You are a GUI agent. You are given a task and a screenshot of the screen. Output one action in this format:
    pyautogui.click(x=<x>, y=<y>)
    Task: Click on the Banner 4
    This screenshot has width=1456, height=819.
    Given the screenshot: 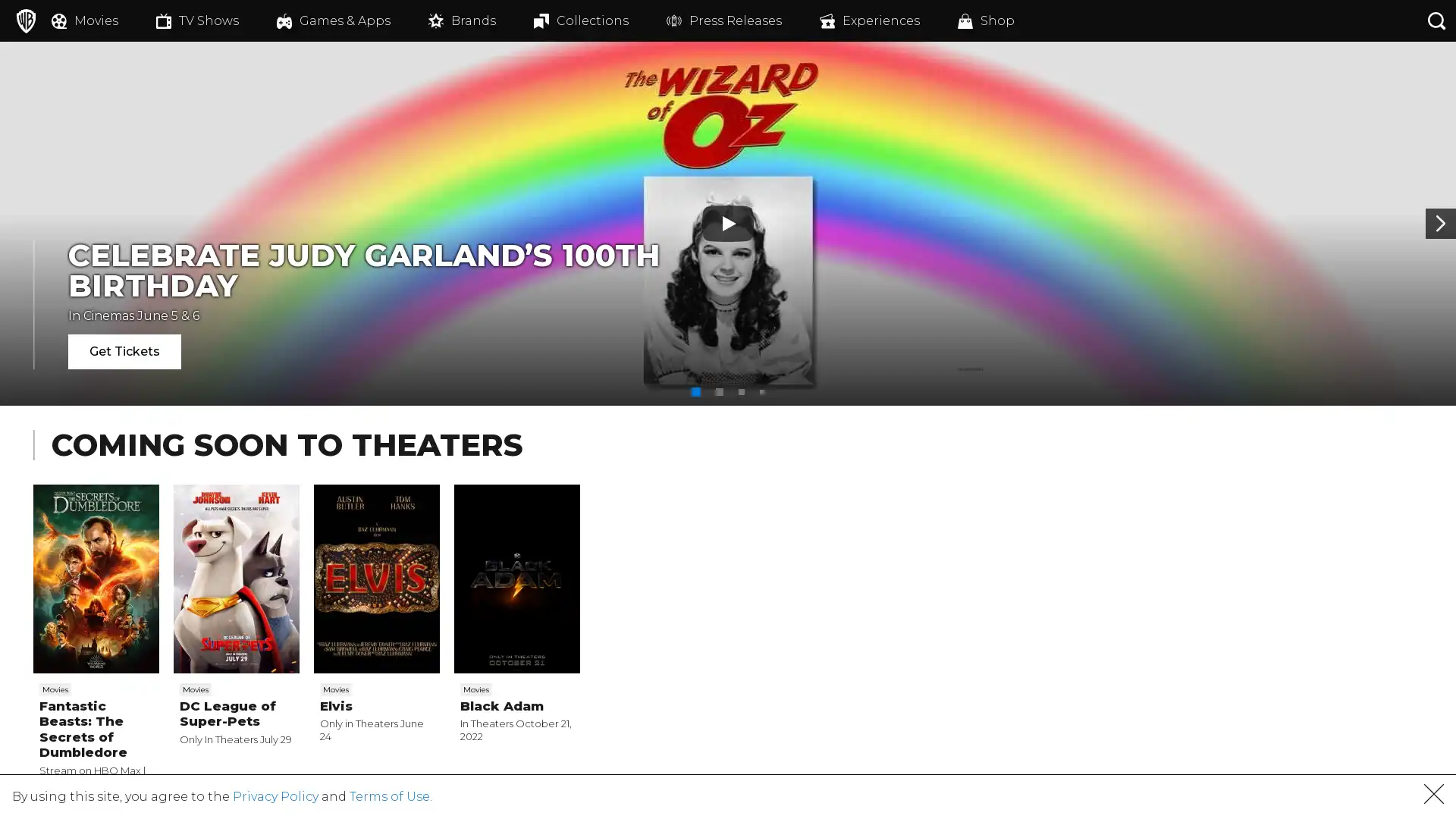 What is the action you would take?
    pyautogui.click(x=761, y=391)
    